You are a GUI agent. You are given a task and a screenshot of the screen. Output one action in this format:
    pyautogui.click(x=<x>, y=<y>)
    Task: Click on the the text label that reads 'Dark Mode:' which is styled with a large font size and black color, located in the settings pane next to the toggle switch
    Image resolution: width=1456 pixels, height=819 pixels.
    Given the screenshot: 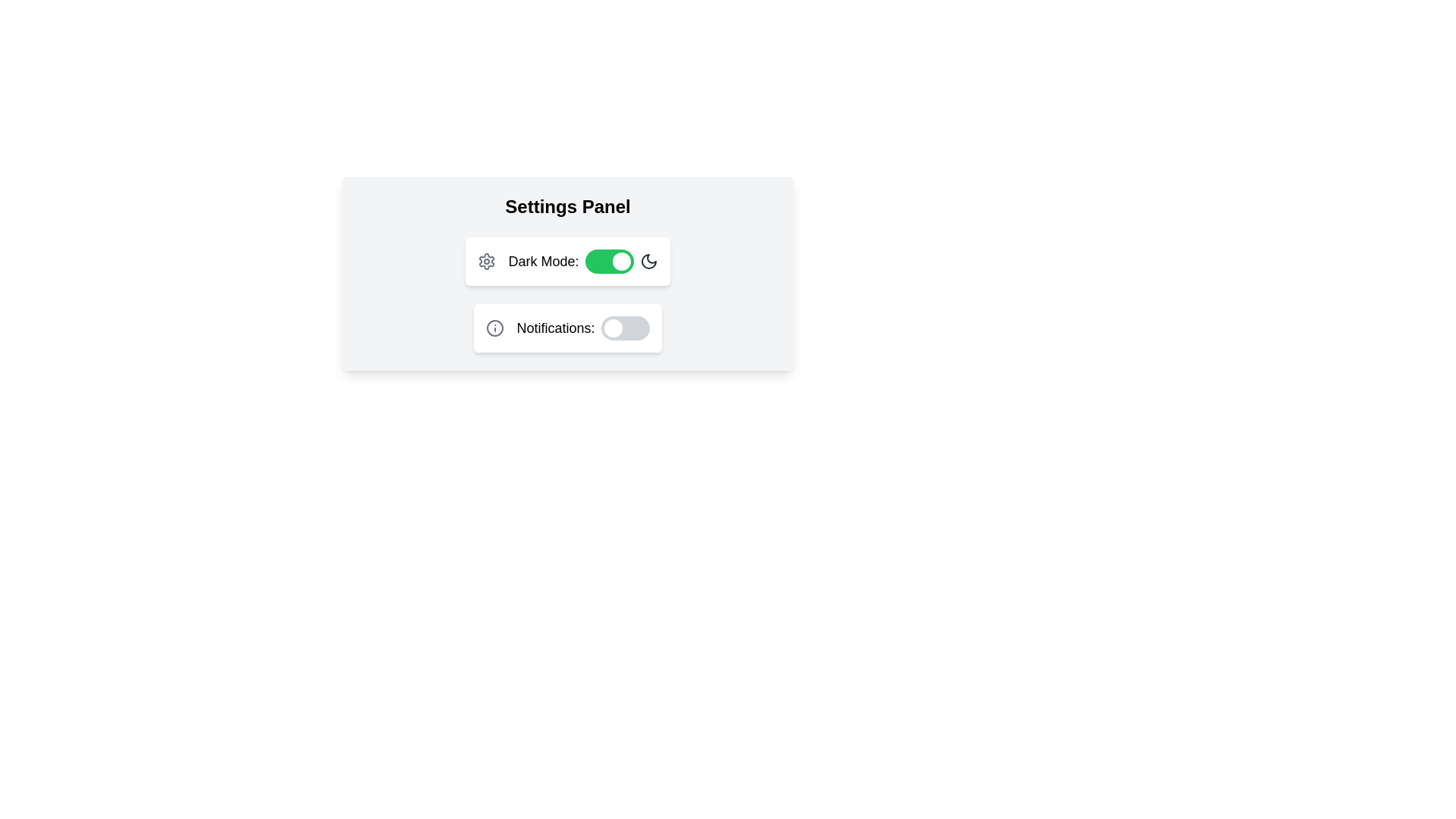 What is the action you would take?
    pyautogui.click(x=543, y=260)
    